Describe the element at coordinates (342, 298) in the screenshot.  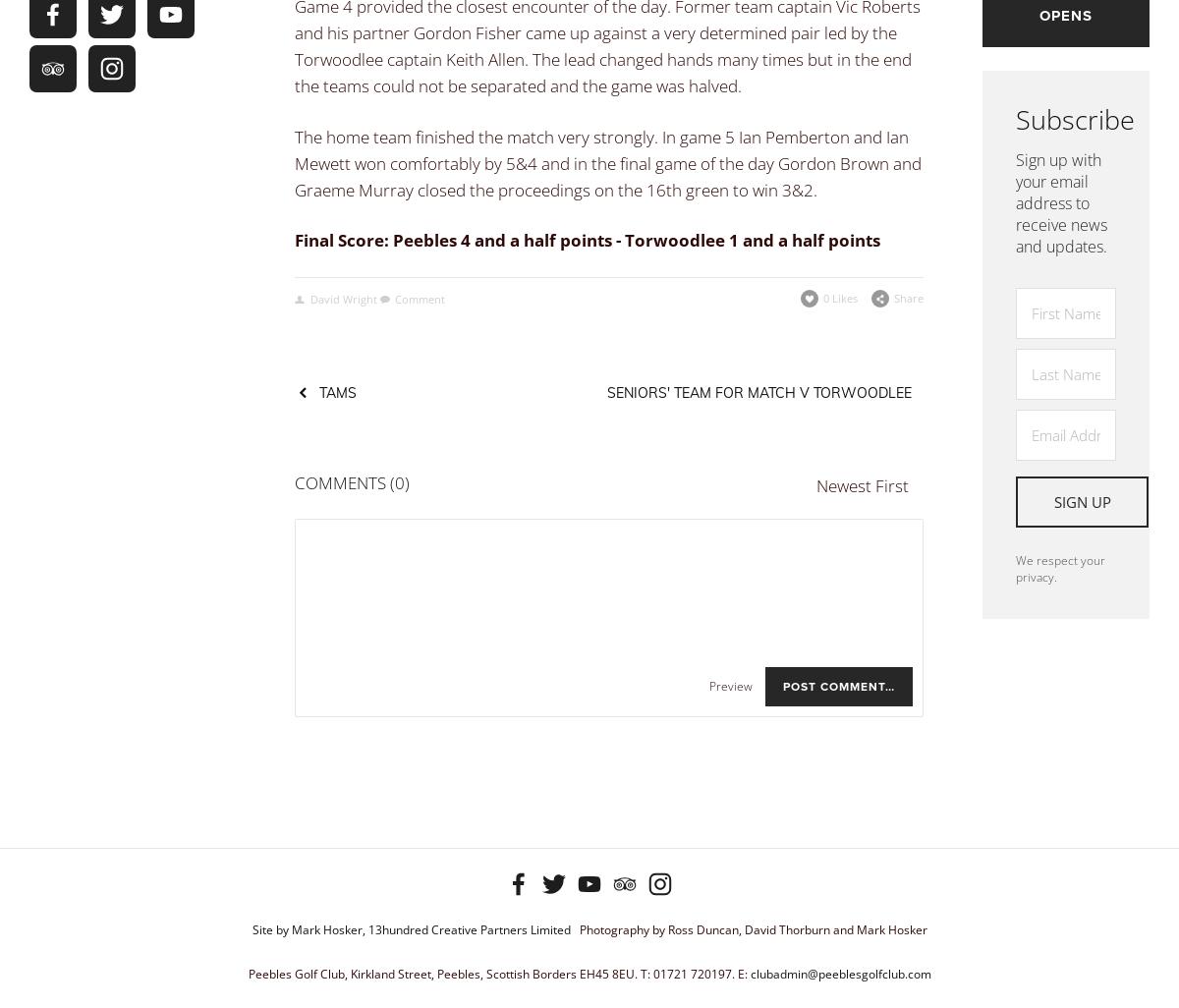
I see `'David Wright'` at that location.